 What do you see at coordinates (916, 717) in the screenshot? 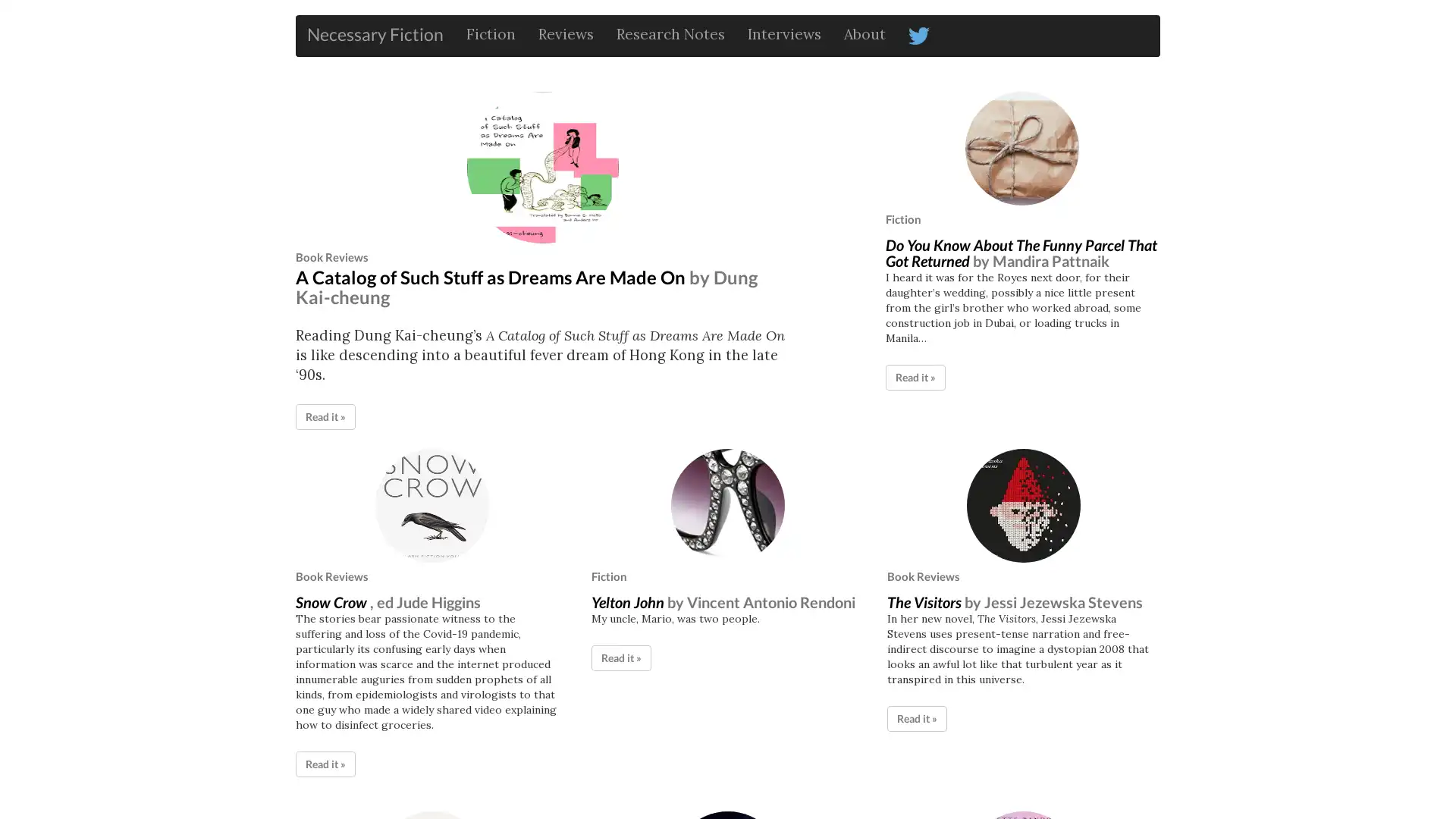
I see `Read it` at bounding box center [916, 717].